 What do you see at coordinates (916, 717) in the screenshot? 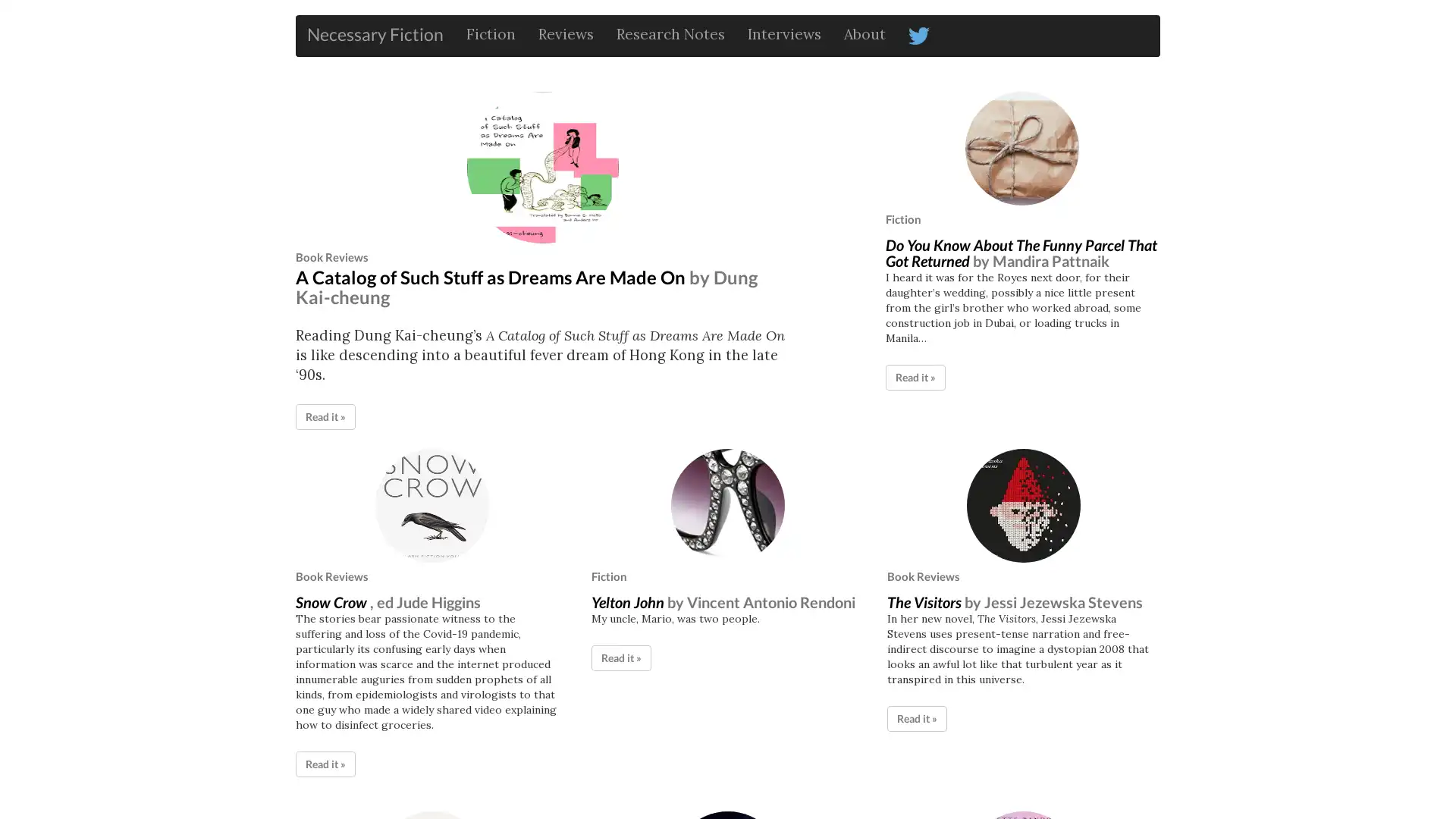
I see `Read it` at bounding box center [916, 717].